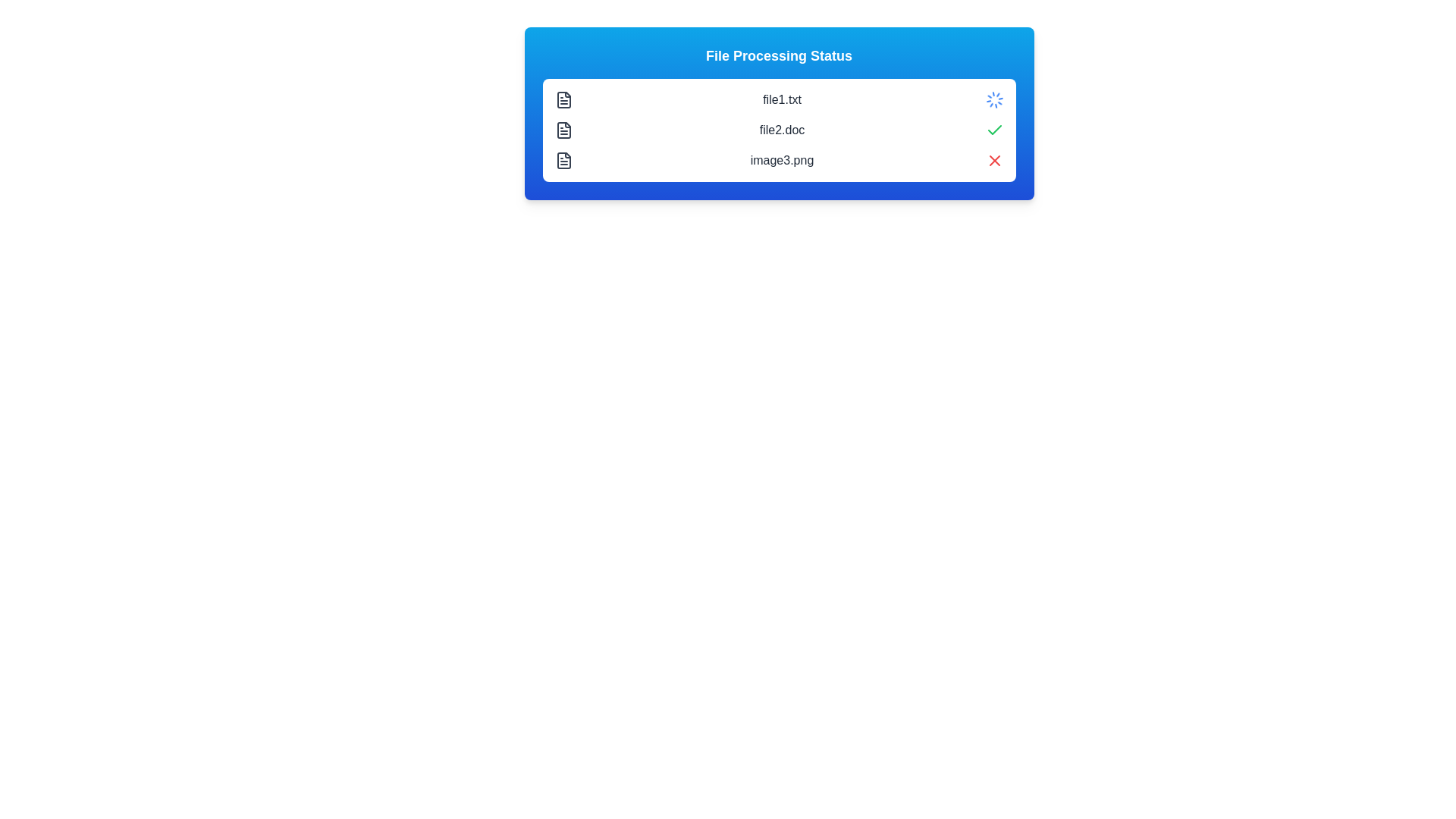 This screenshot has height=819, width=1456. Describe the element at coordinates (994, 129) in the screenshot. I see `the success icon located to the right of 'file1.txt' in the 'File Processing Status' component` at that location.